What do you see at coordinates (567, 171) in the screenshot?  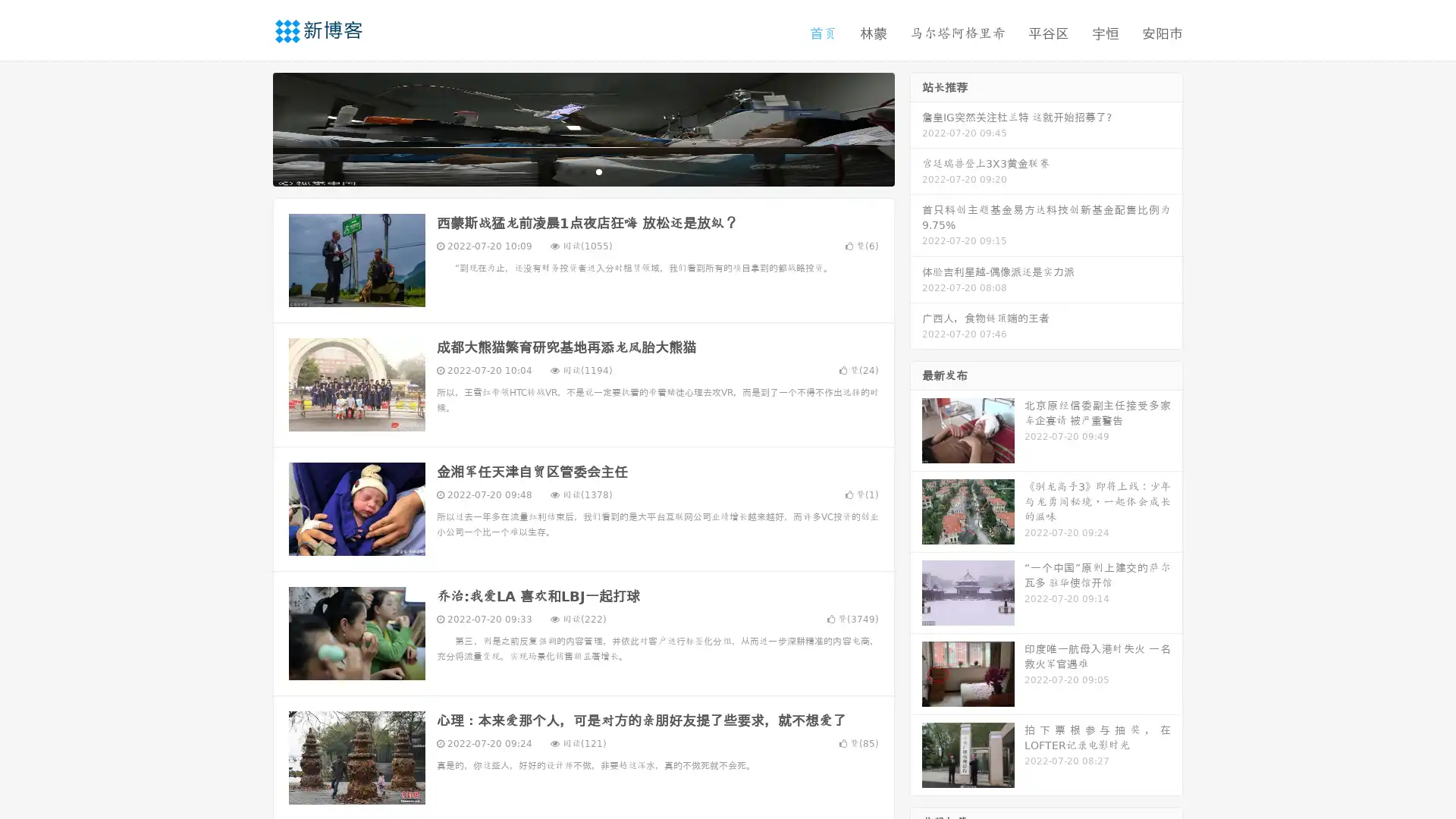 I see `Go to slide 1` at bounding box center [567, 171].